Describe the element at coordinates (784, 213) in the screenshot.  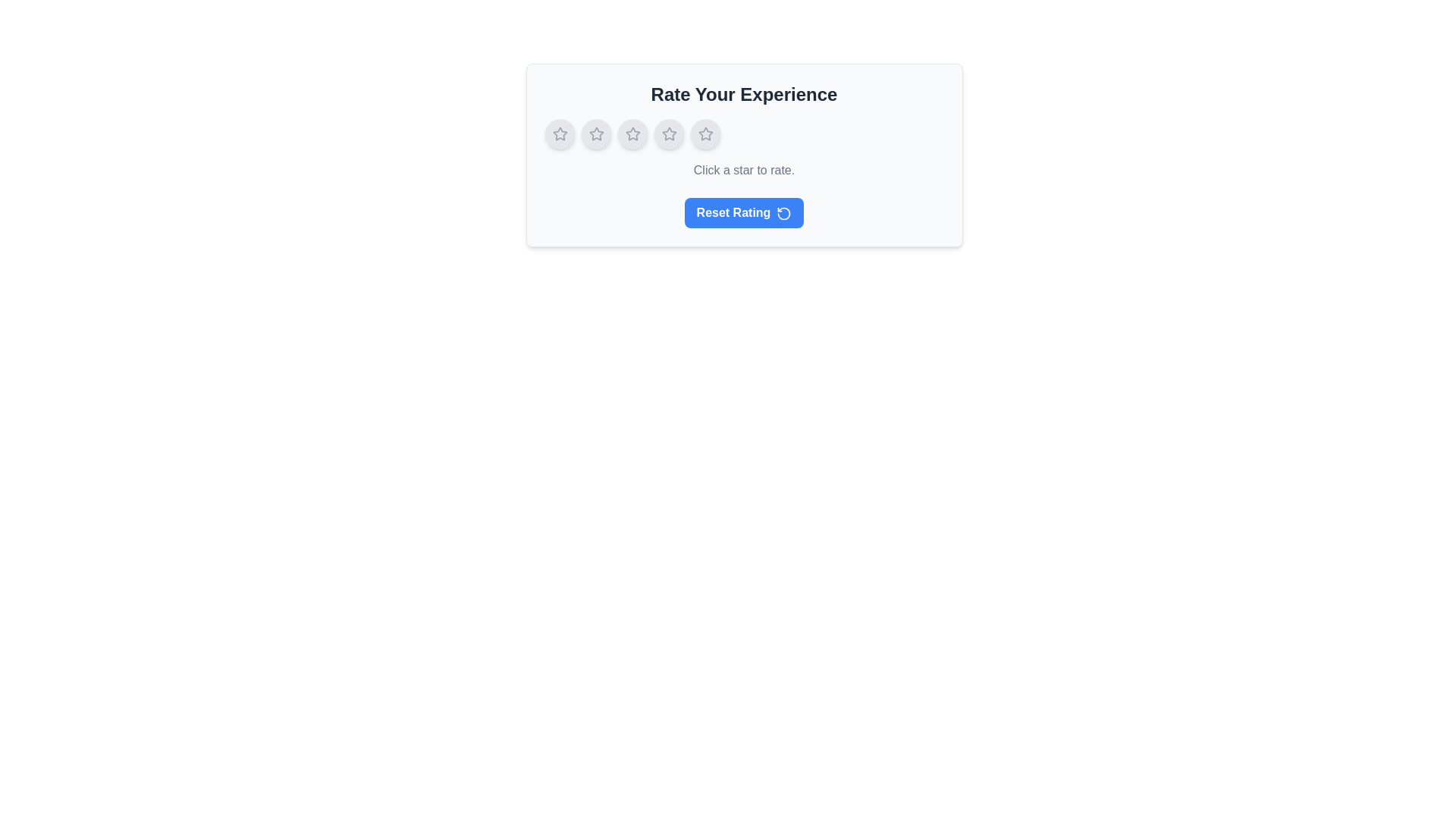
I see `the circular arc icon of the rotating arrow within the 'Reset Rating' button, which signifies a counter-clockwise rotation` at that location.